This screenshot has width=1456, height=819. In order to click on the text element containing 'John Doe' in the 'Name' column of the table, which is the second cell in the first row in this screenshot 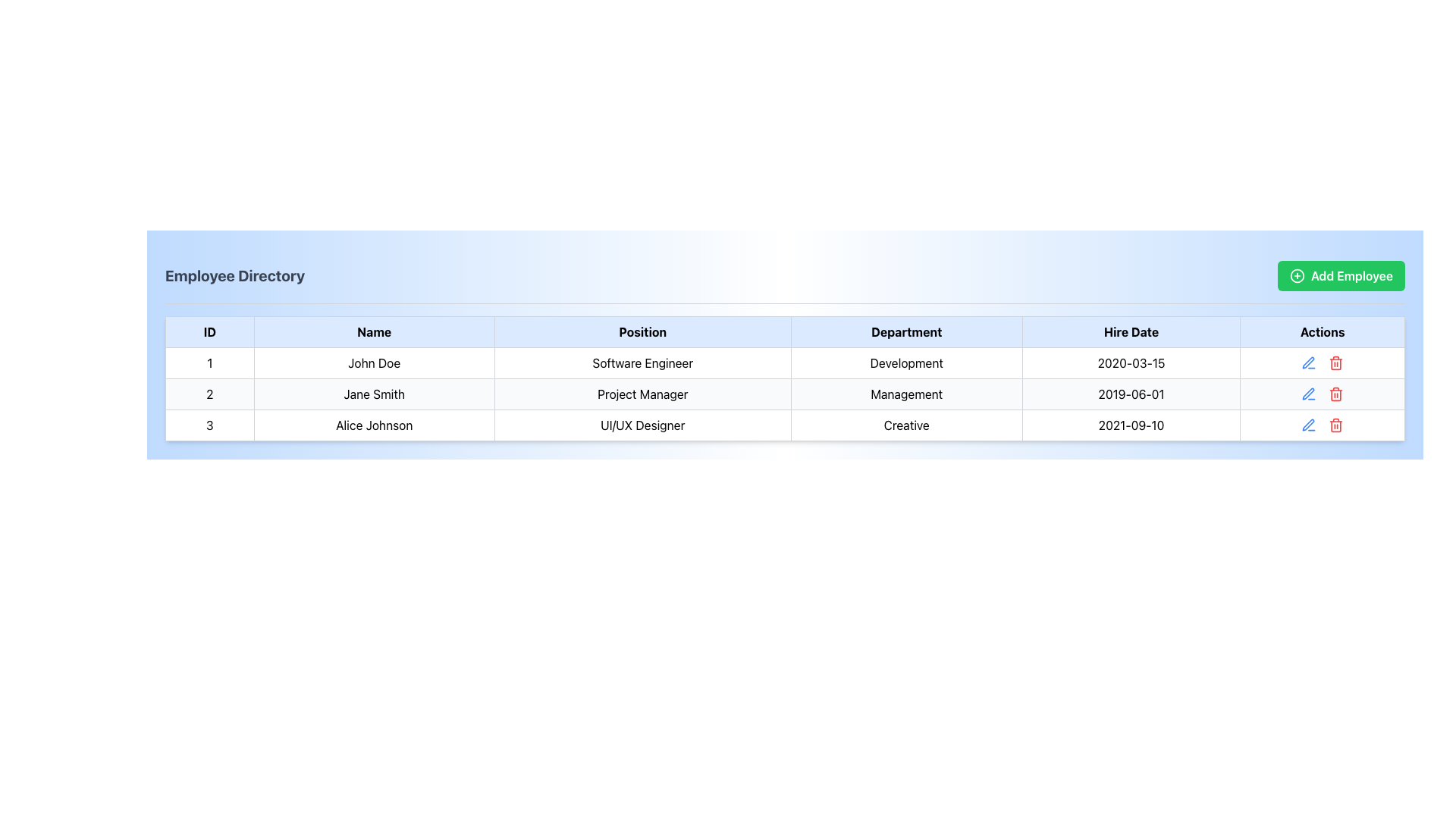, I will do `click(374, 362)`.